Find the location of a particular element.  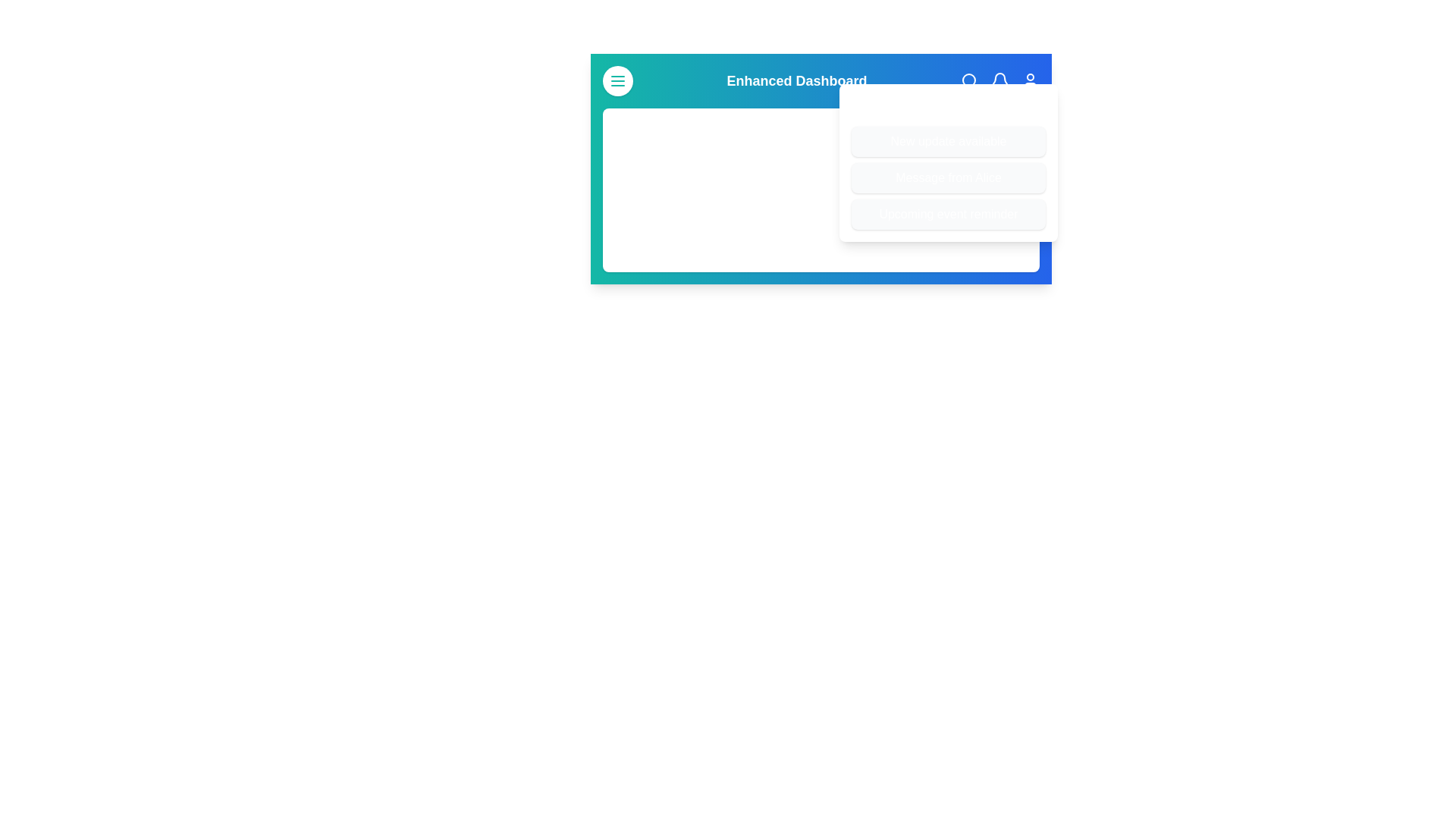

the notification bell icon to toggle the visibility of the notifications panel is located at coordinates (999, 81).